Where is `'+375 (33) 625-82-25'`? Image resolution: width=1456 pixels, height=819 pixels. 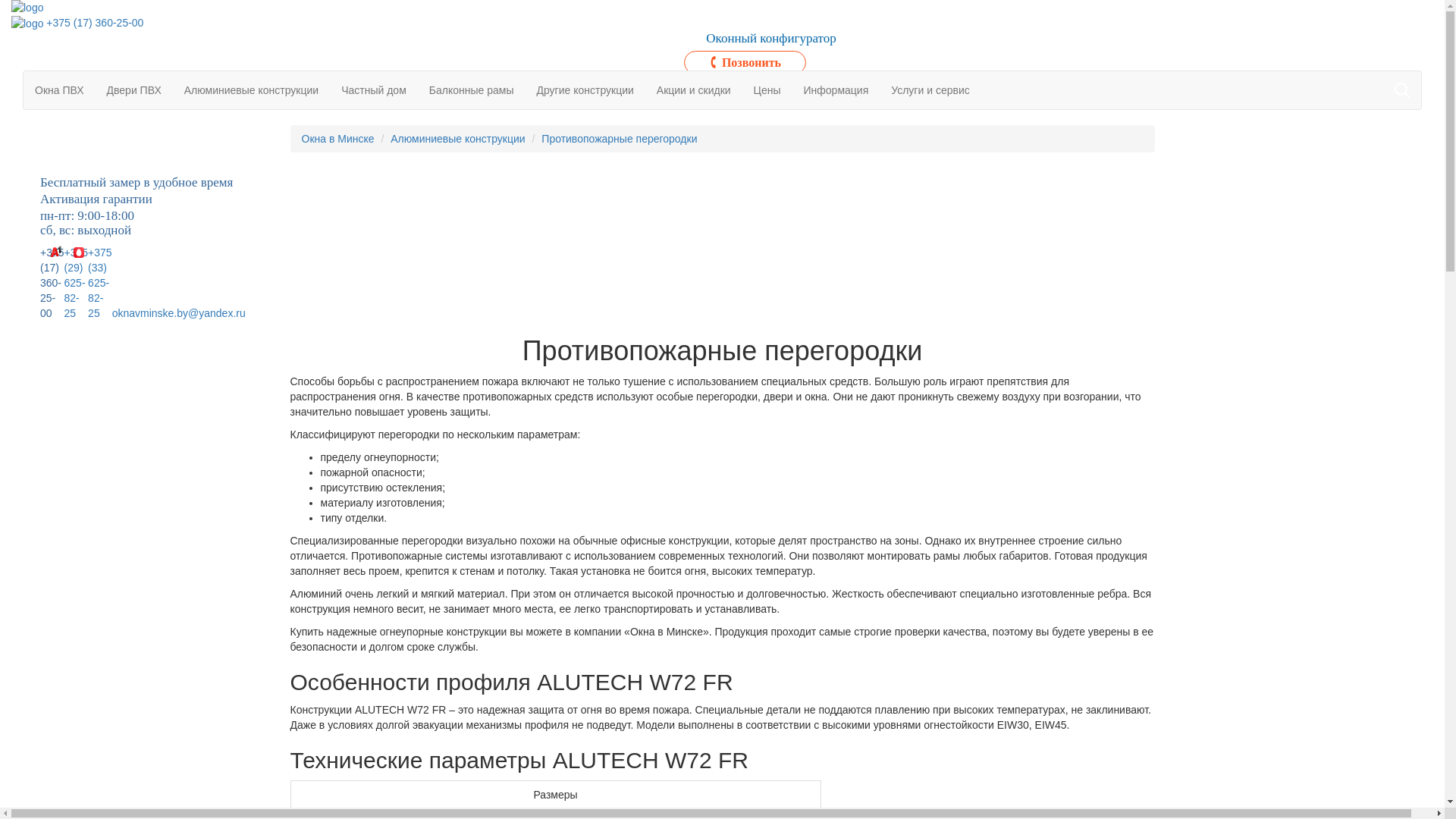 '+375 (33) 625-82-25' is located at coordinates (86, 283).